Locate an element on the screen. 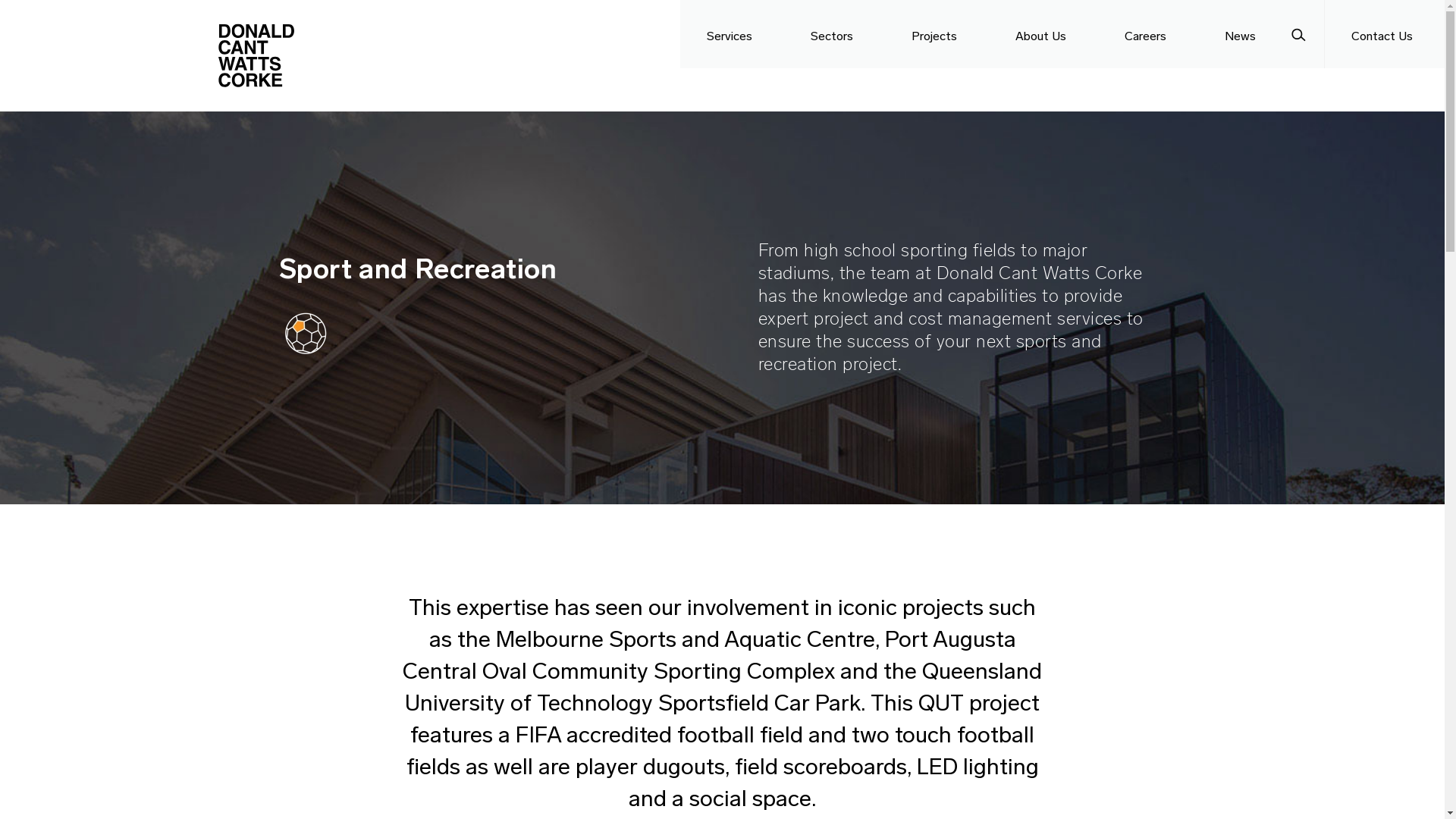  'Sport-Icon-White.png' is located at coordinates (305, 332).